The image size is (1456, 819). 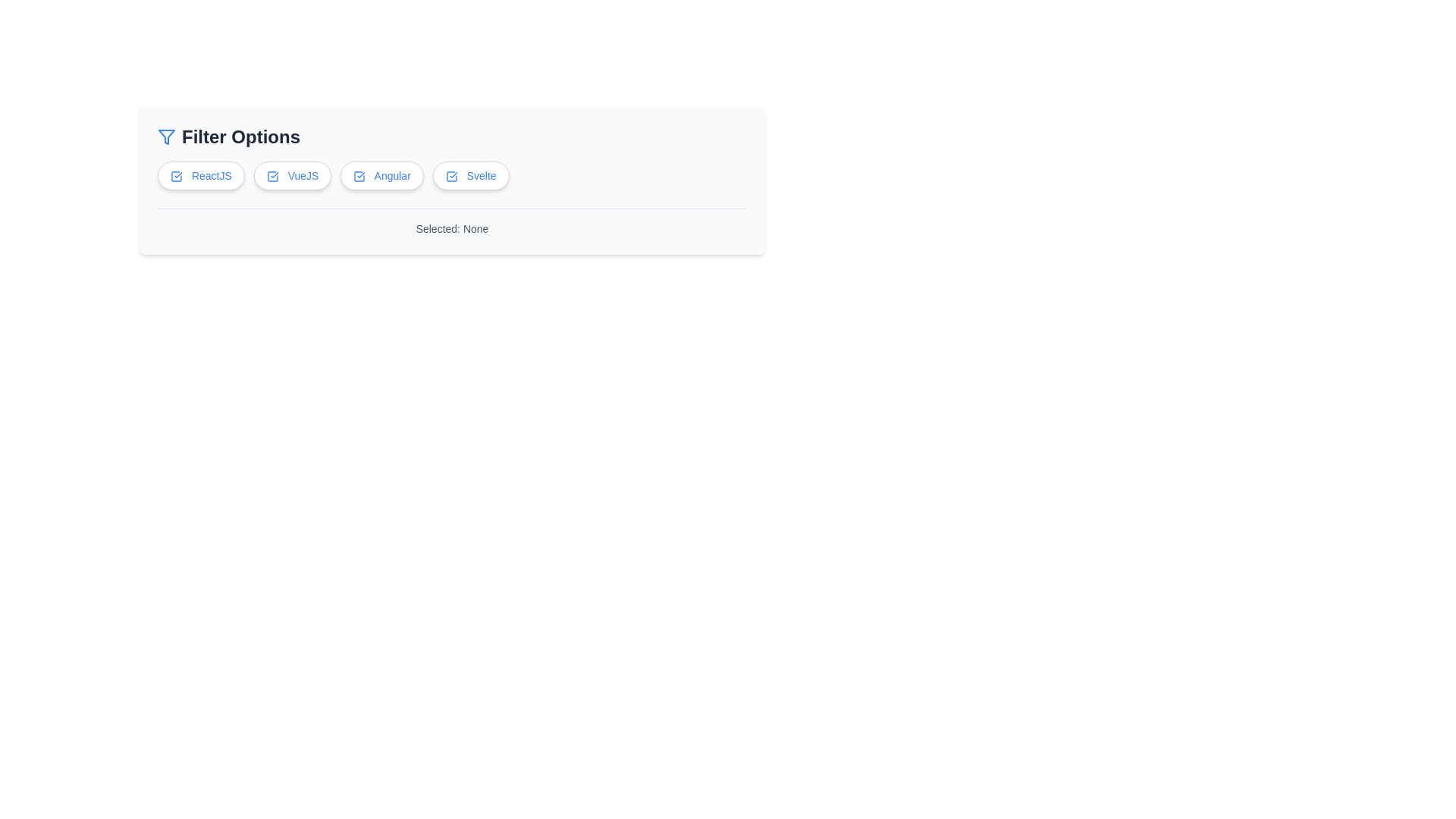 What do you see at coordinates (167, 137) in the screenshot?
I see `the blue funnel-shaped filter icon located to the left of the 'Filter Options' text in the heading area` at bounding box center [167, 137].